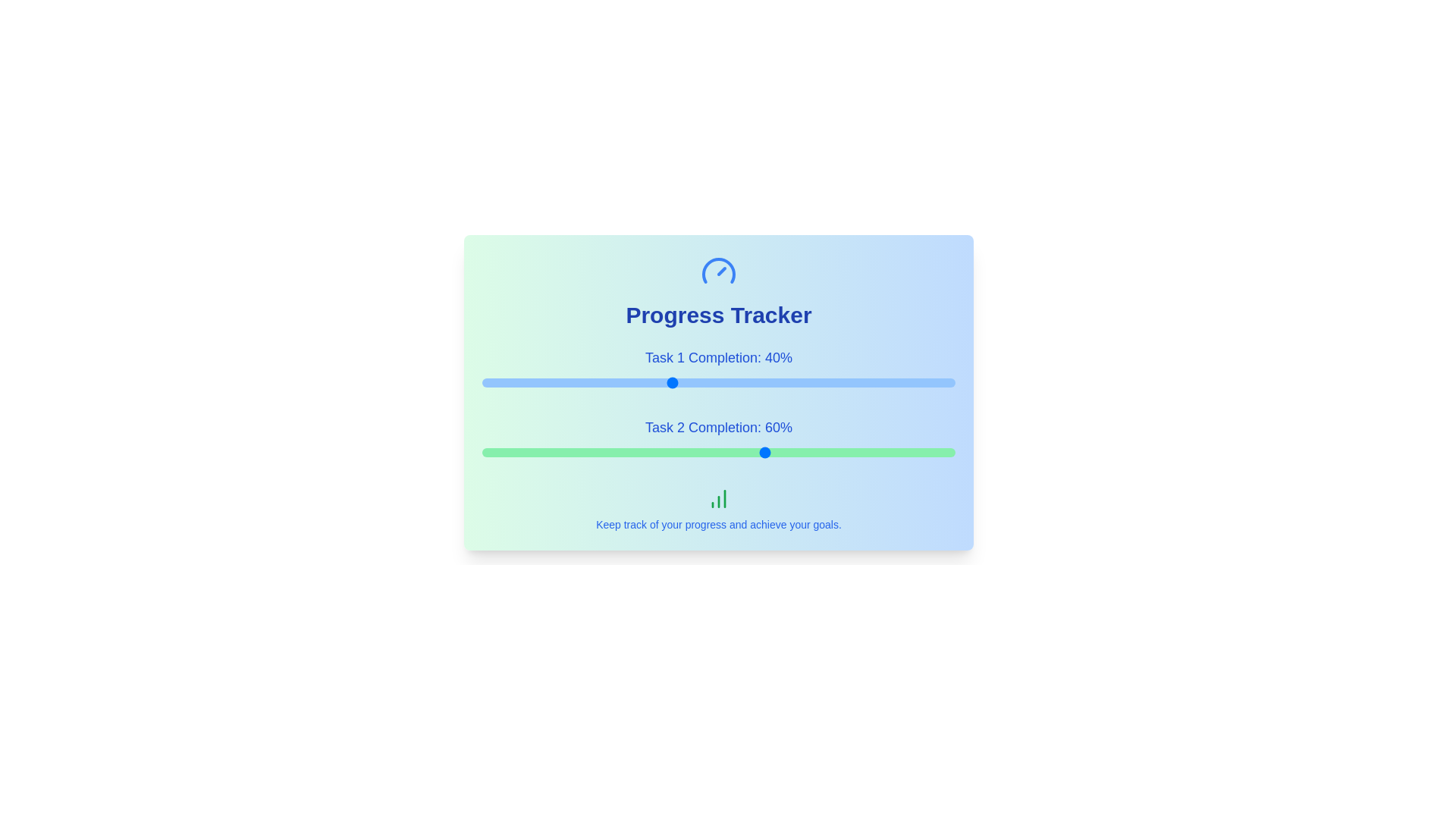  Describe the element at coordinates (718, 370) in the screenshot. I see `the Text label indicating the progress percentage for 'Task 1', located above the blue progress bar` at that location.